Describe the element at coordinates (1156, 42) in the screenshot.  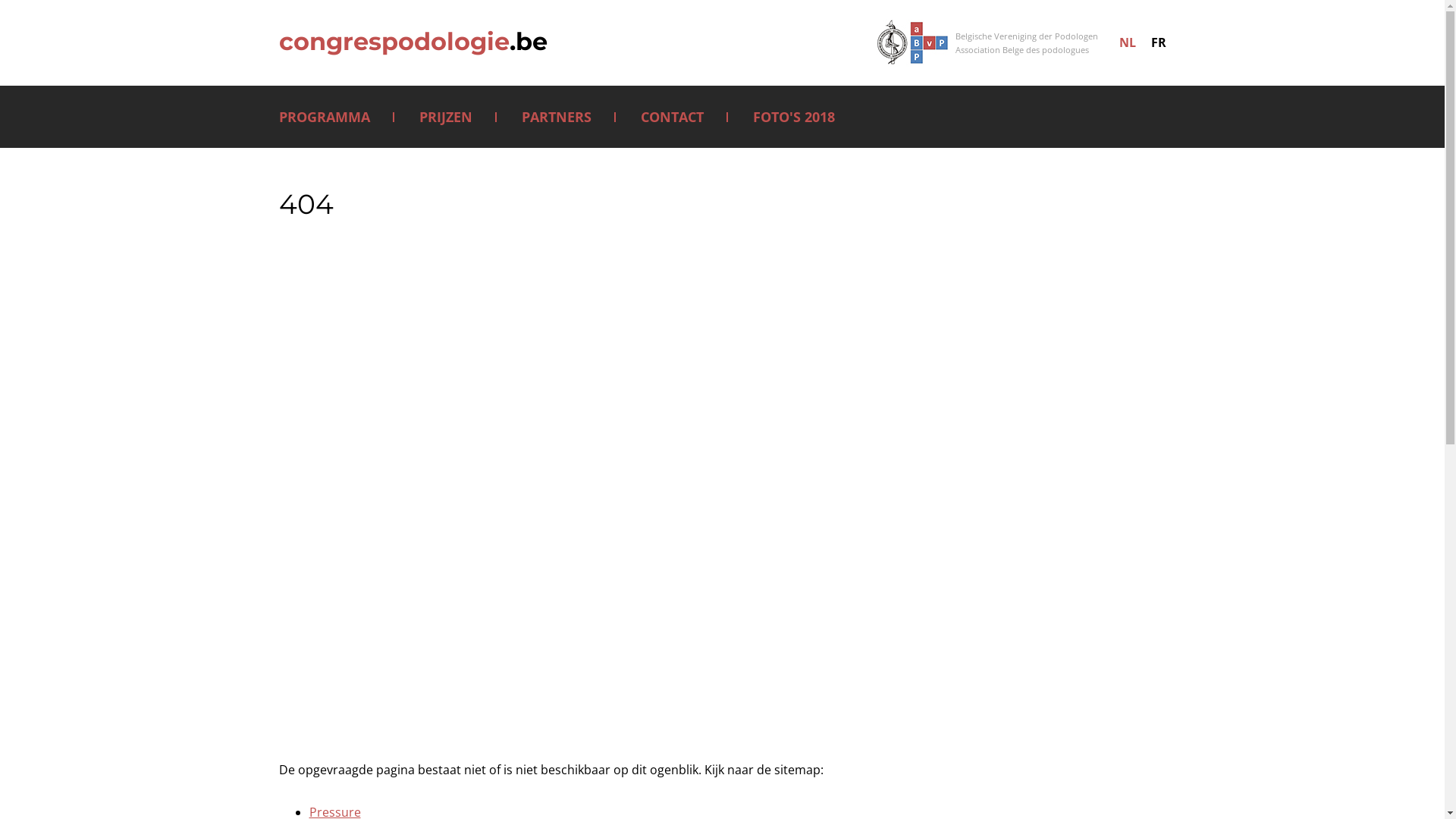
I see `'FR'` at that location.